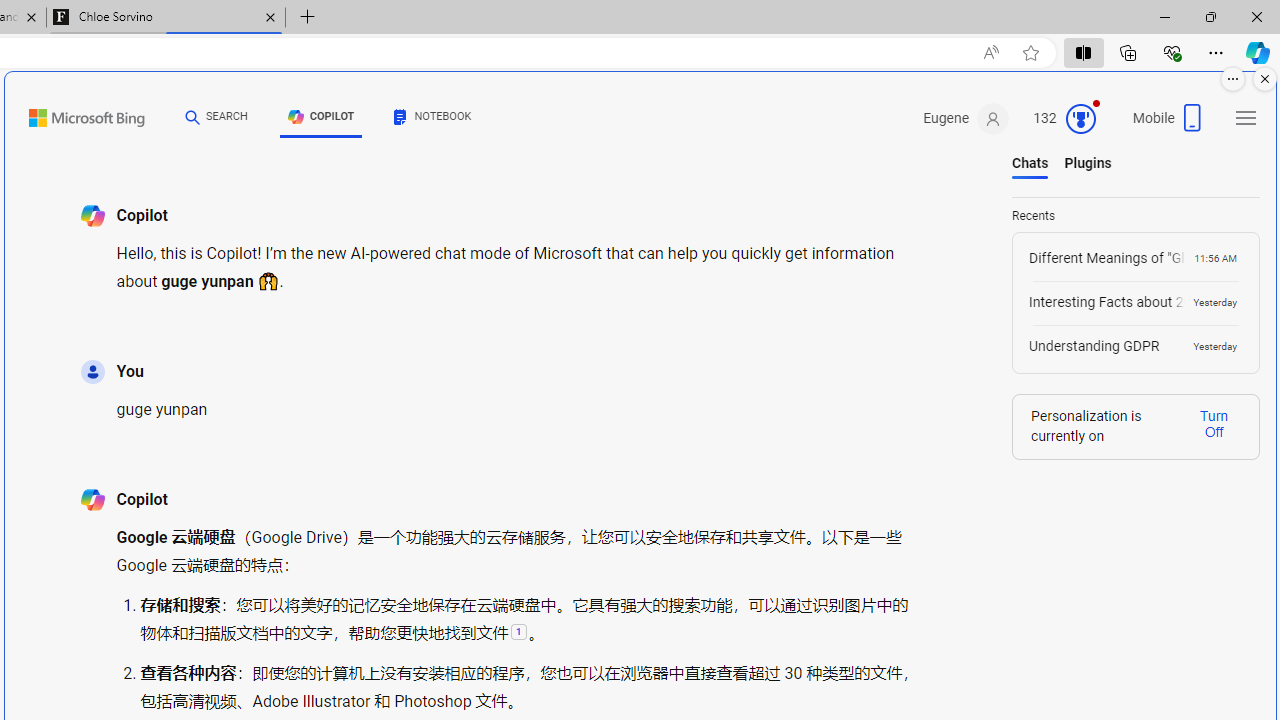  Describe the element at coordinates (432, 117) in the screenshot. I see `'NOTEBOOK'` at that location.